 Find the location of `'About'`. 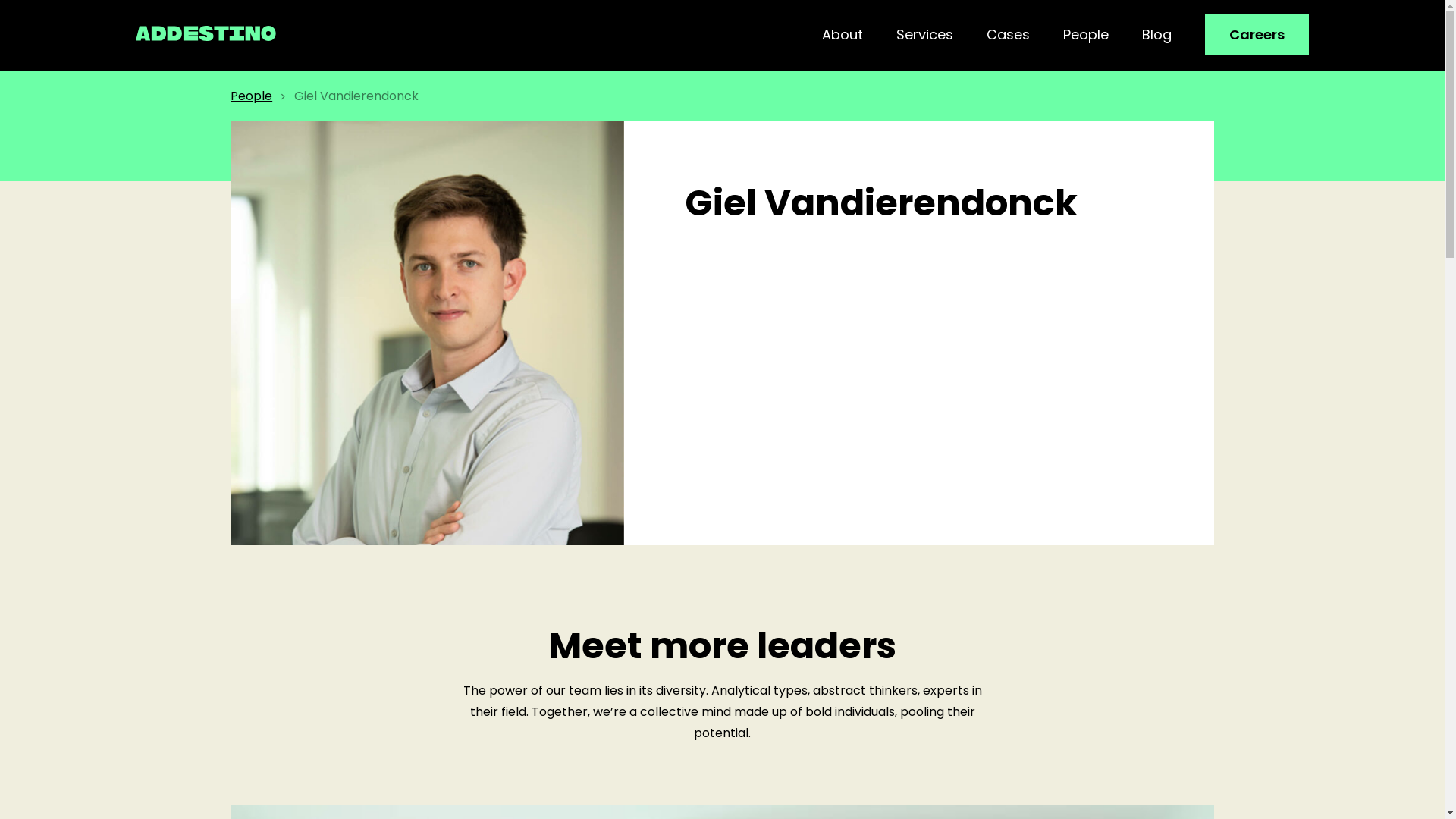

'About' is located at coordinates (821, 34).